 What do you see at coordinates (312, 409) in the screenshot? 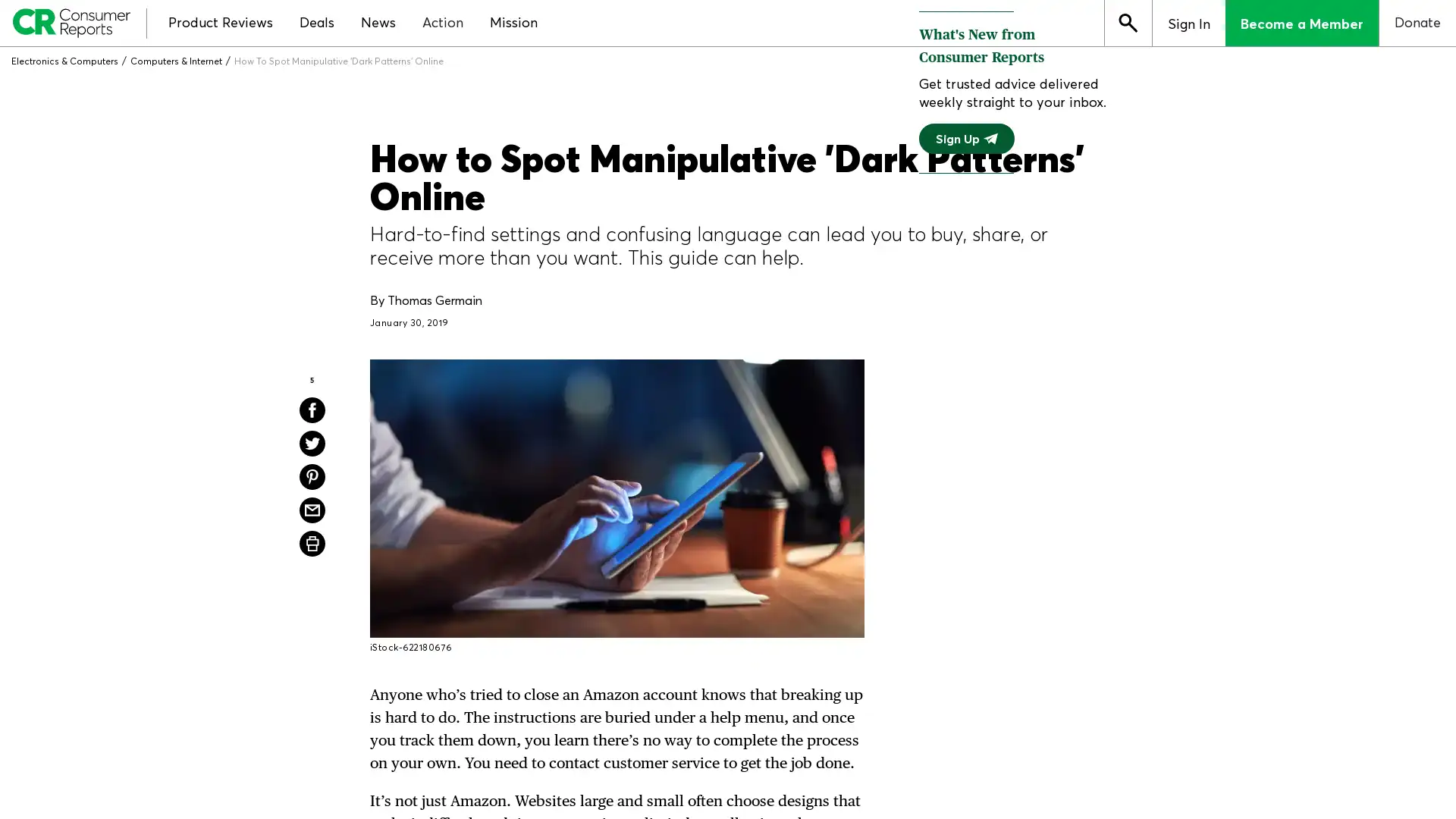
I see `facebook` at bounding box center [312, 409].